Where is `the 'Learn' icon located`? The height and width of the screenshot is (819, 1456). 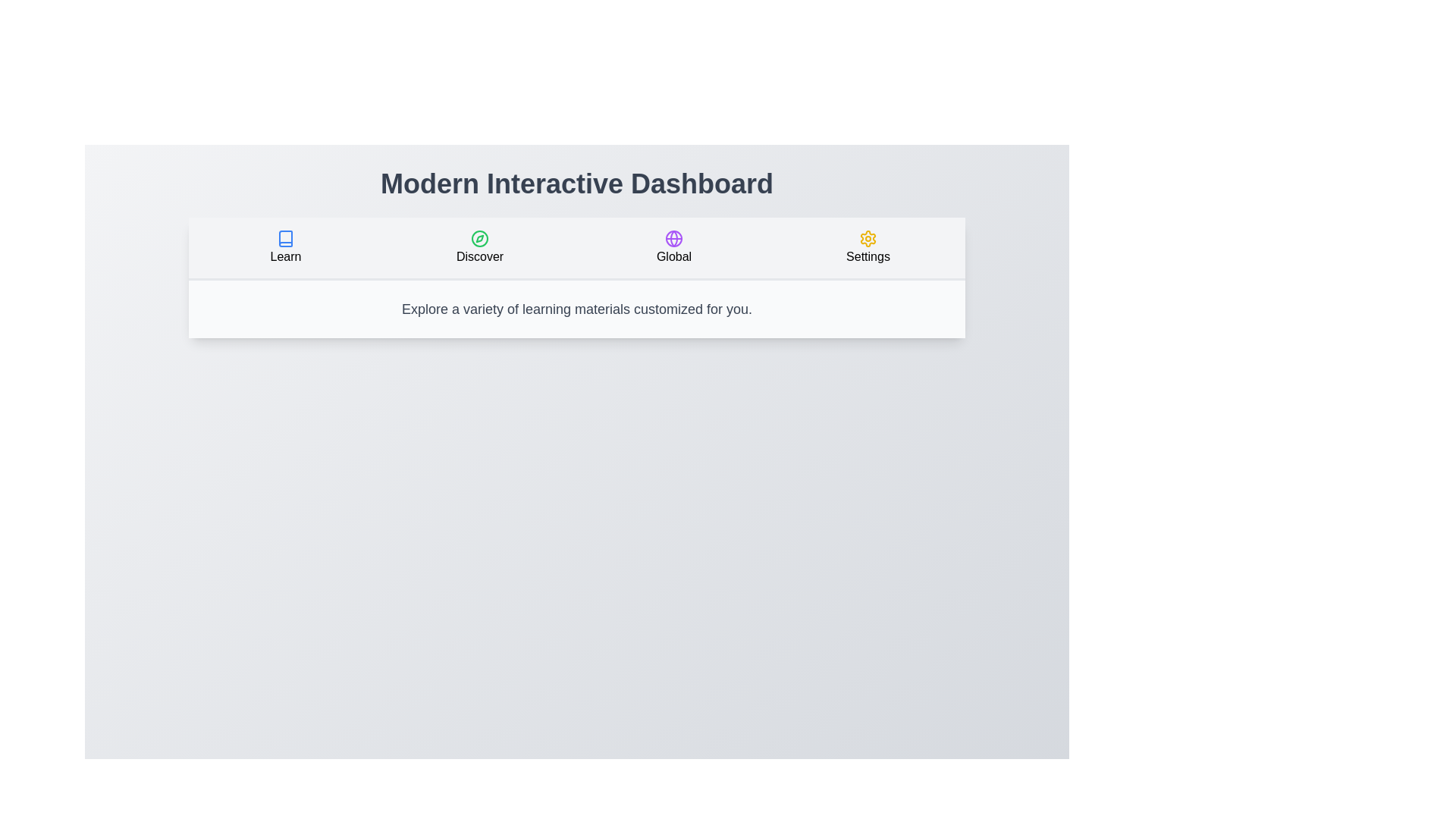 the 'Learn' icon located is located at coordinates (286, 239).